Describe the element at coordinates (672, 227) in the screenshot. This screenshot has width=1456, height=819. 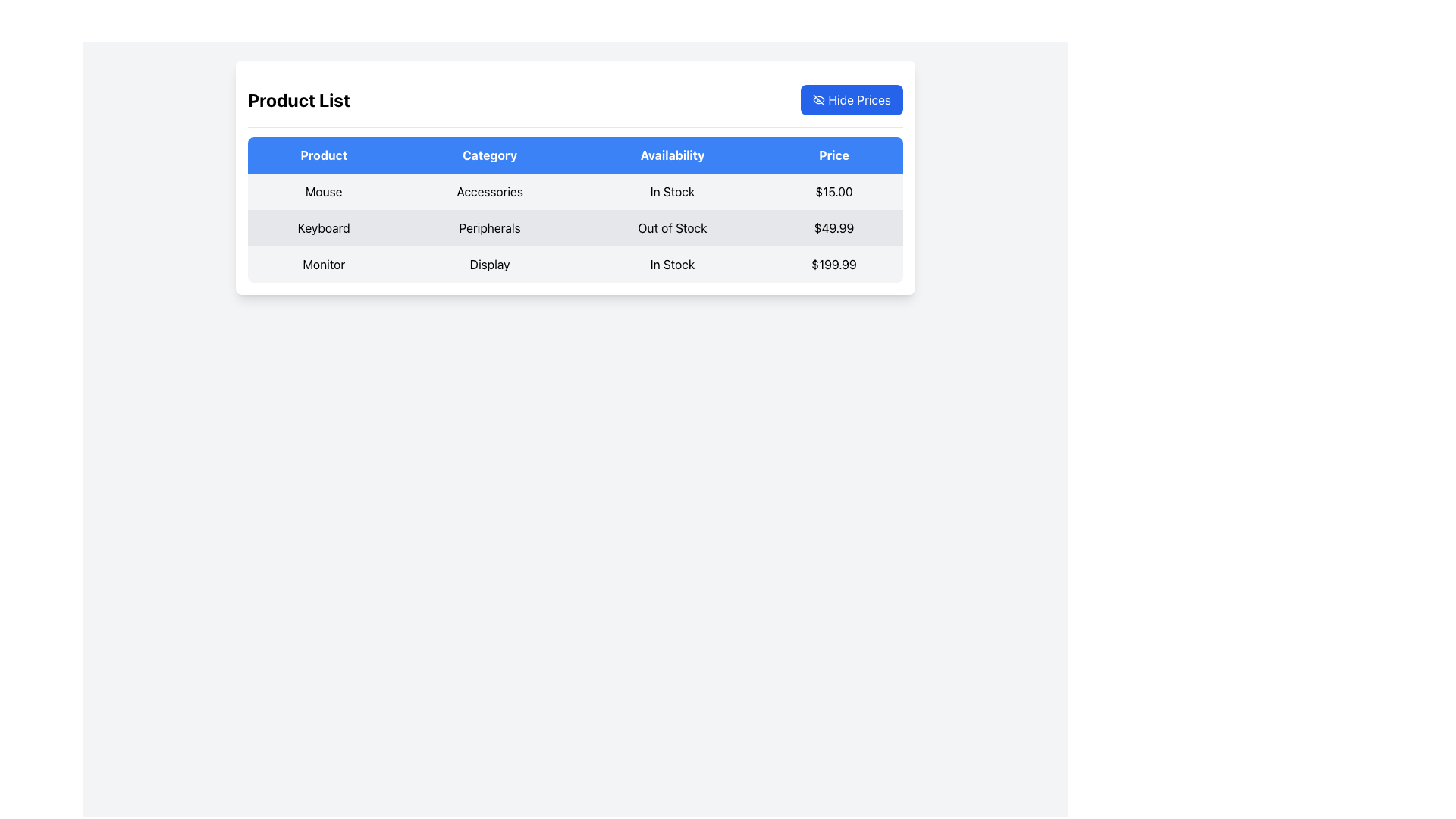
I see `static text label indicating the availability status of the 'Keyboard' item, which shows that it is out of stock` at that location.